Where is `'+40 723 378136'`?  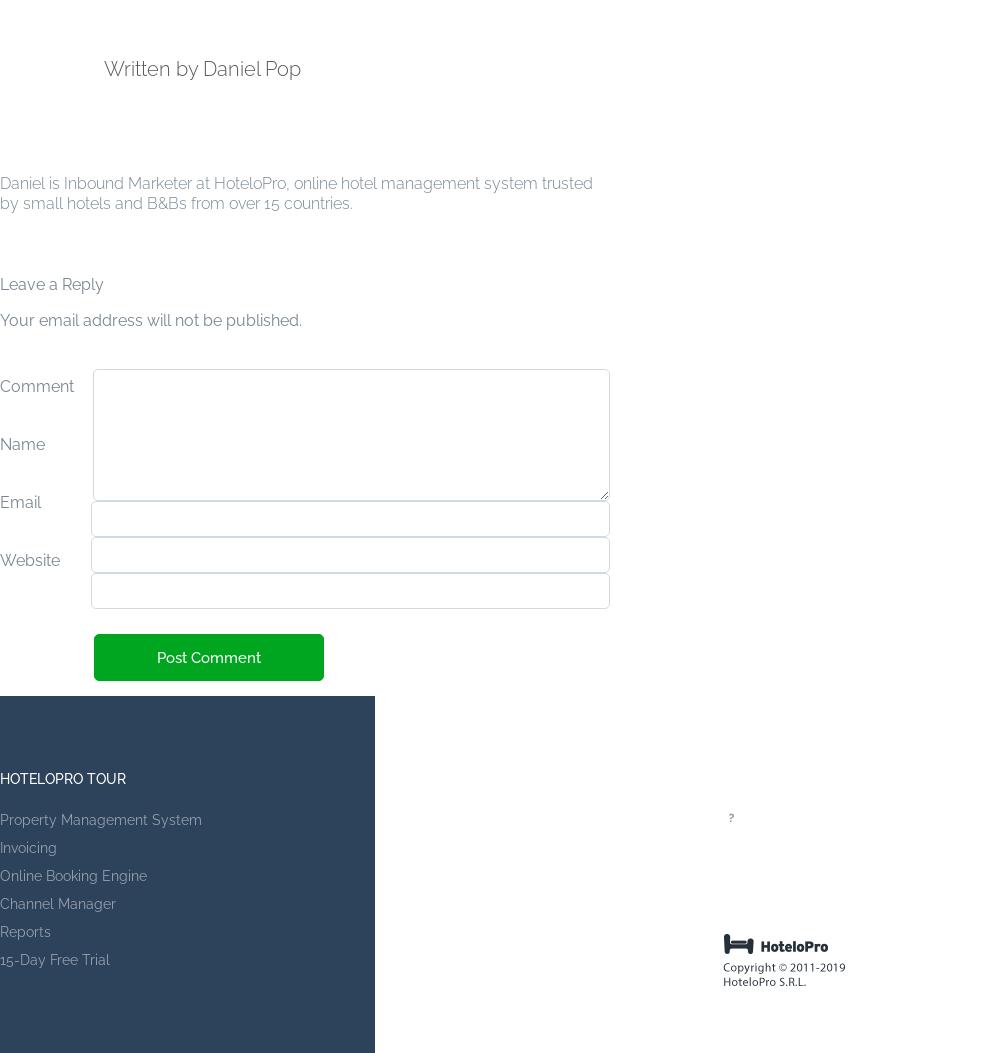 '+40 723 378136' is located at coordinates (789, 875).